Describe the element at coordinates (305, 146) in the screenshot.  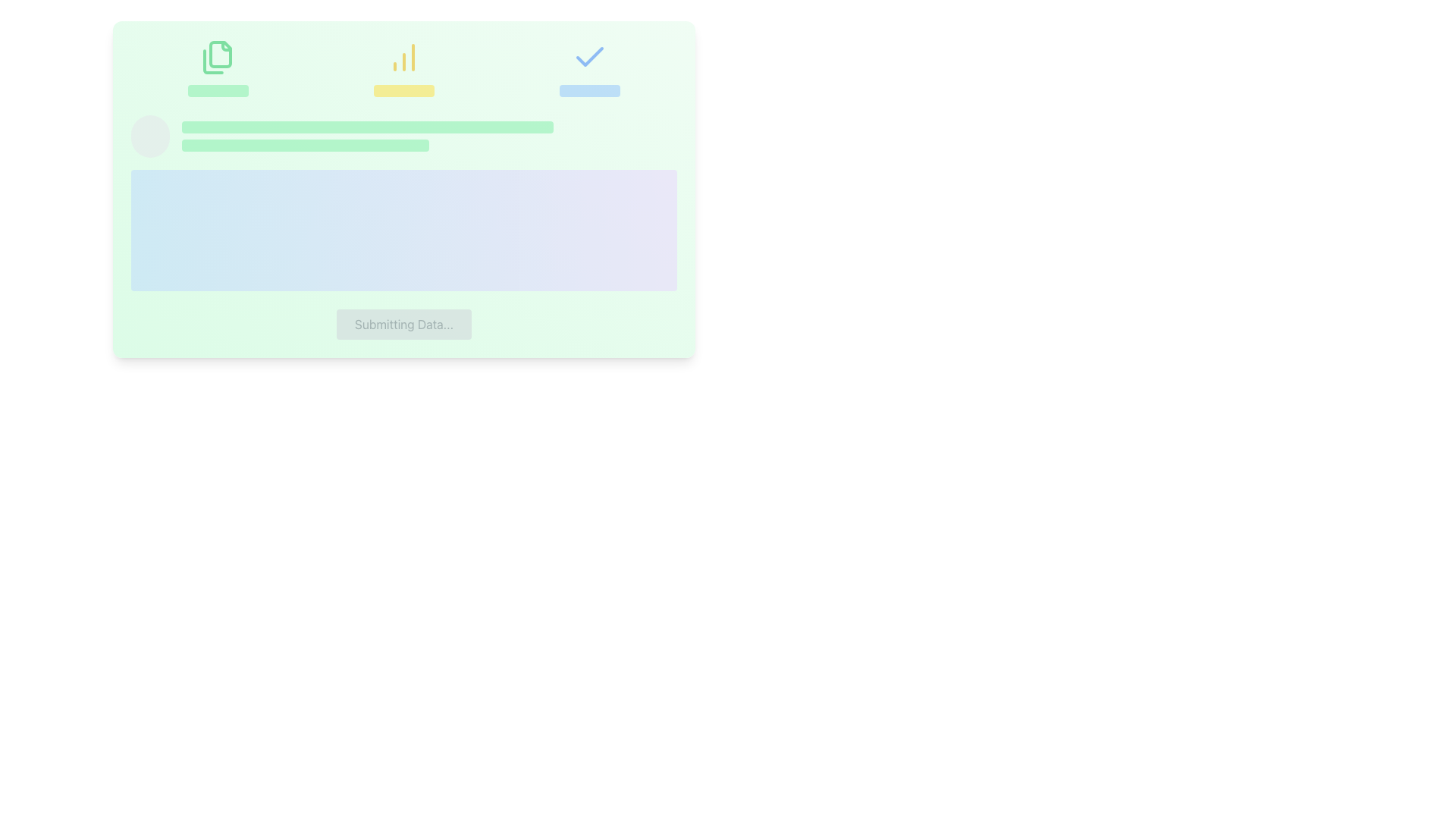
I see `the green progress bar with rounded corners, which is the second bar in a vertical group of two, located beneath a longer green bar` at that location.